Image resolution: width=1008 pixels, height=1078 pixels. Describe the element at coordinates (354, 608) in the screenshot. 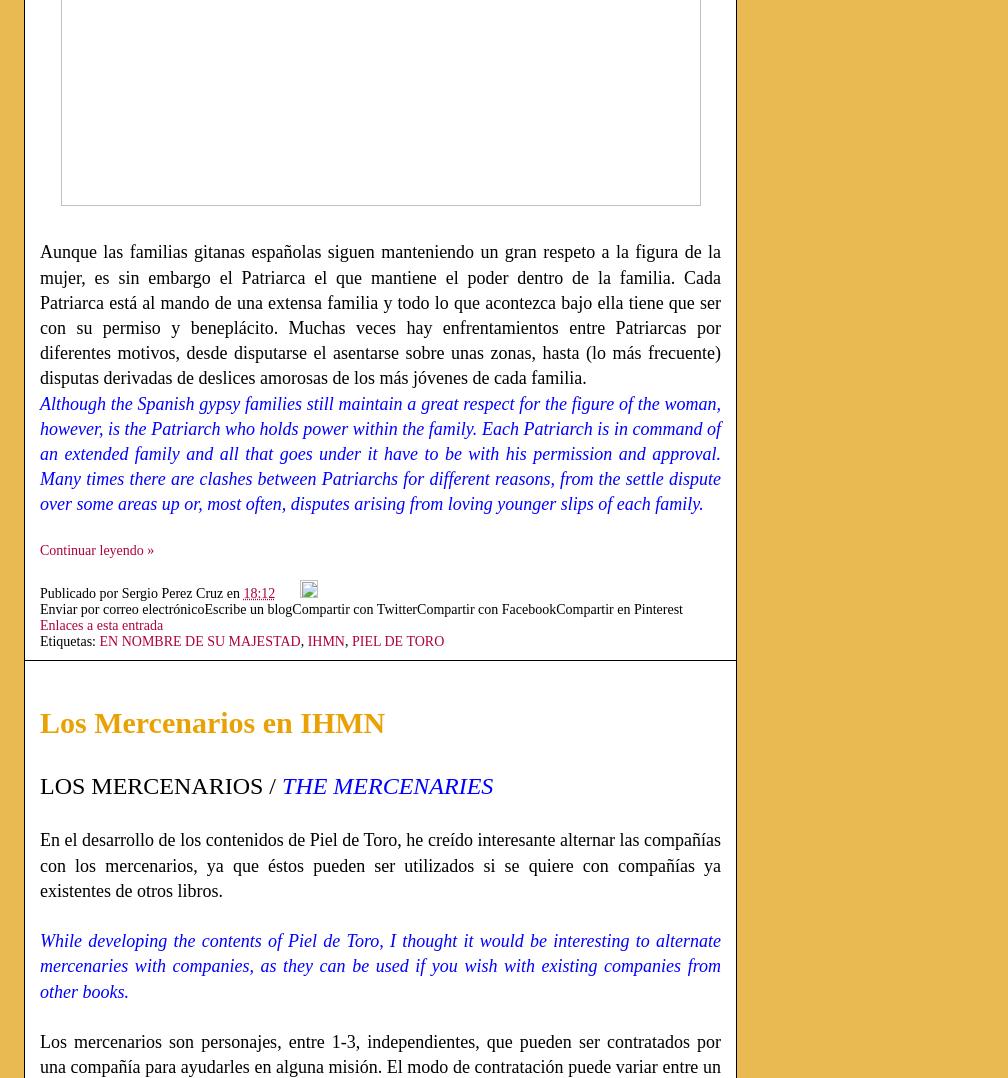

I see `'Compartir con Twitter'` at that location.